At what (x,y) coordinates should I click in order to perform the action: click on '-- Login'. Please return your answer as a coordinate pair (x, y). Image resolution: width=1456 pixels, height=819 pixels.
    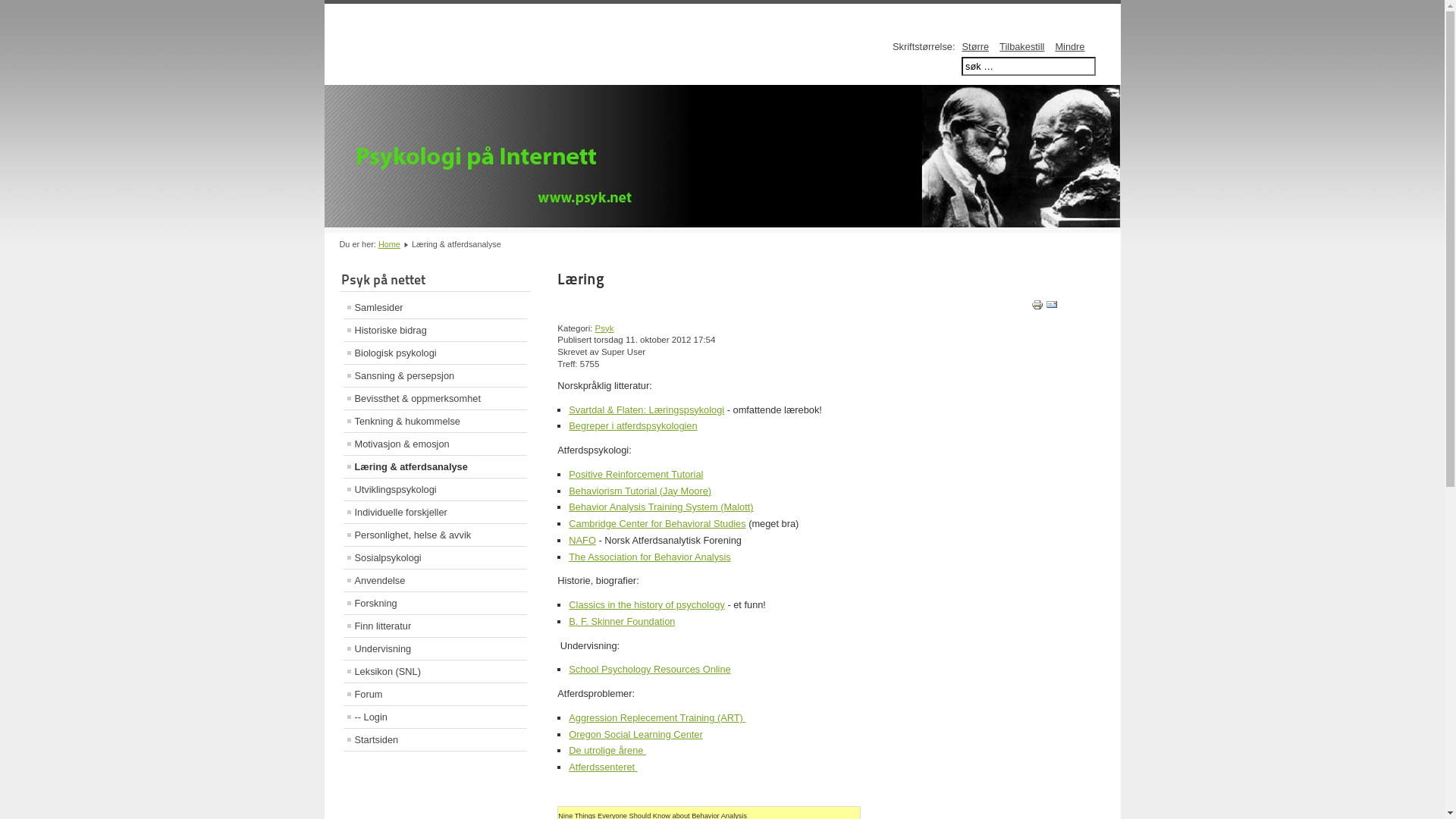
    Looking at the image, I should click on (434, 717).